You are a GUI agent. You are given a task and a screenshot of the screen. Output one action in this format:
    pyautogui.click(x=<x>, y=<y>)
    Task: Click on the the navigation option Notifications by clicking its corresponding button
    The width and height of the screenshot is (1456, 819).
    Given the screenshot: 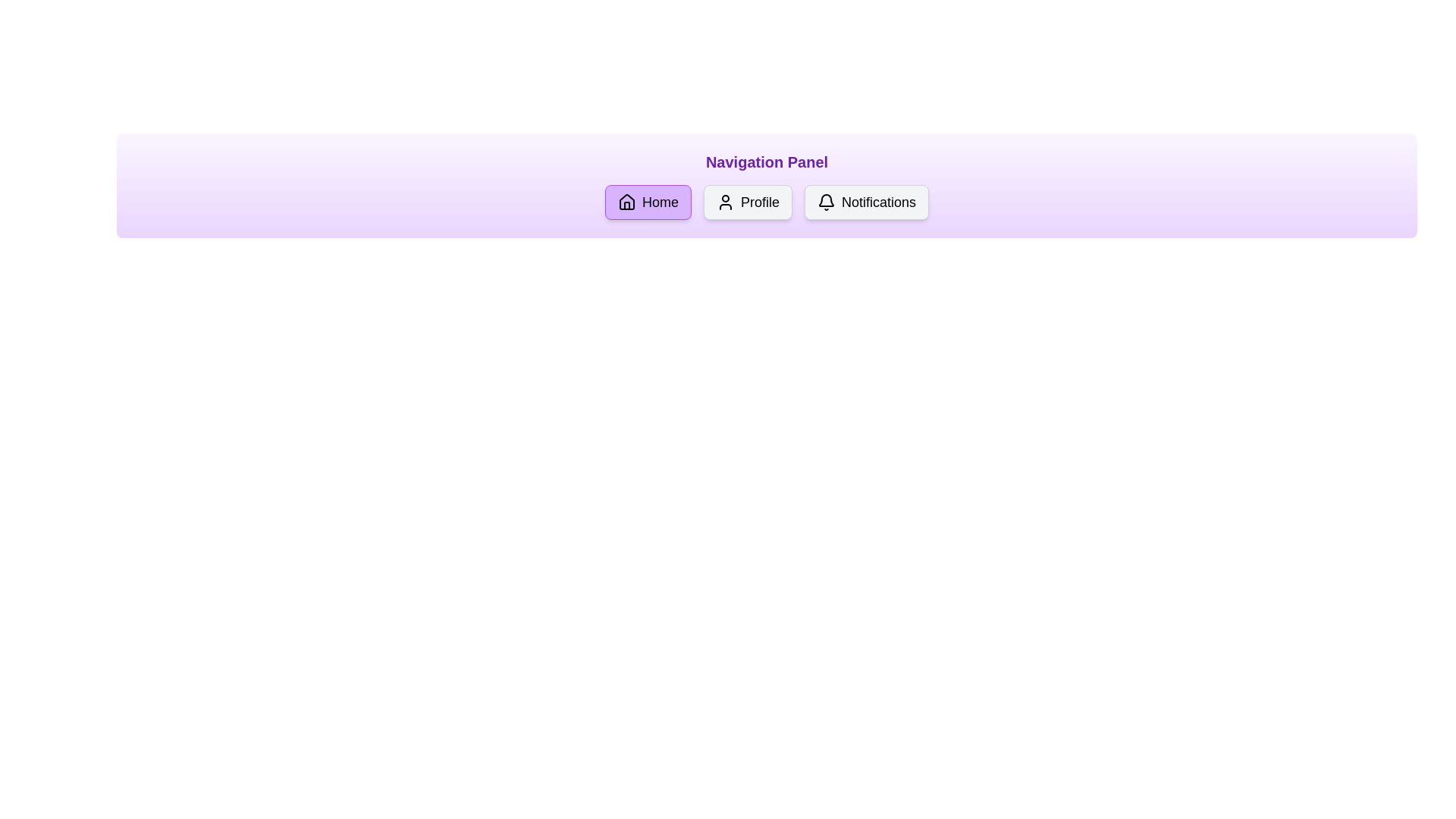 What is the action you would take?
    pyautogui.click(x=866, y=201)
    